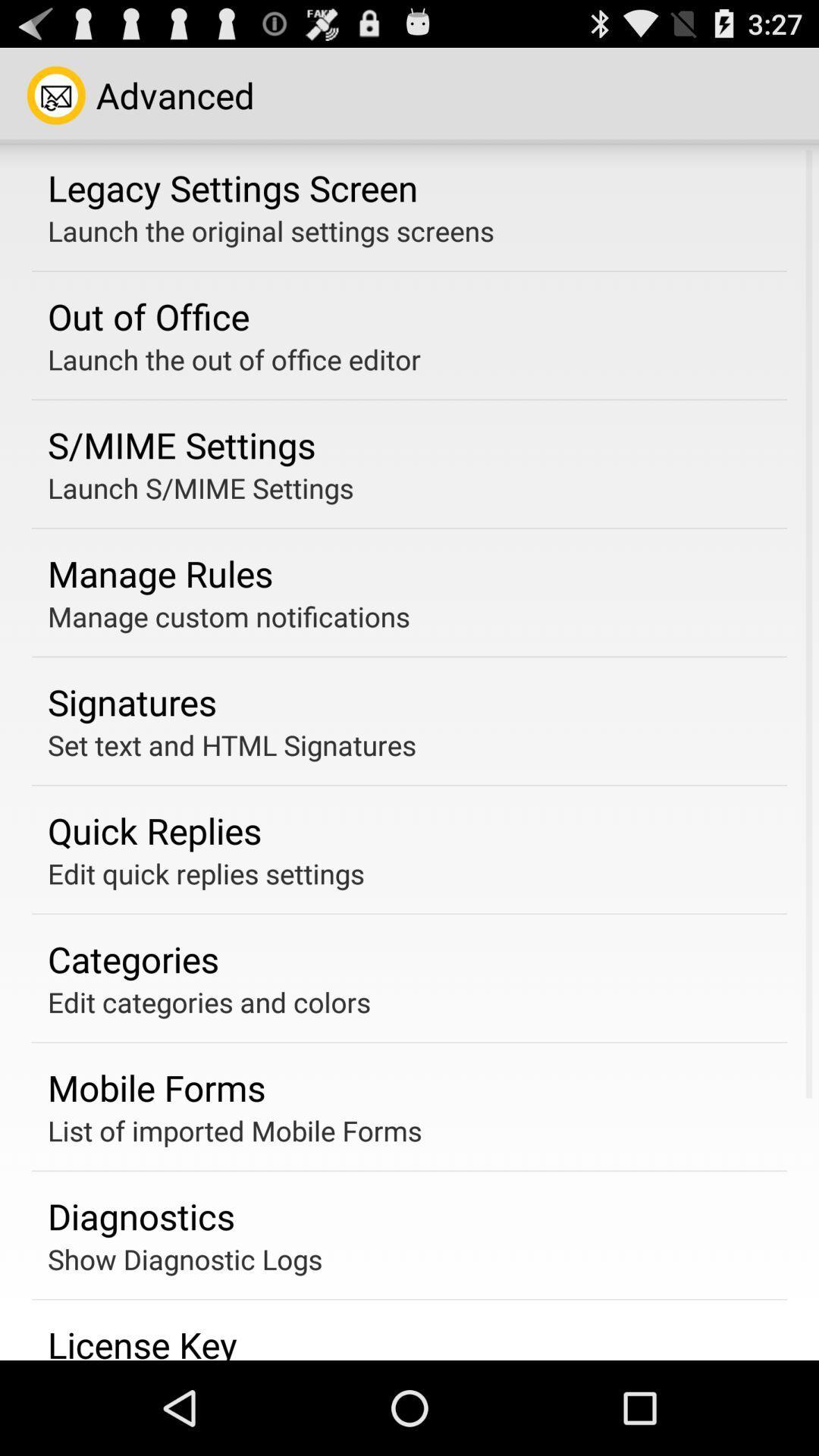 This screenshot has width=819, height=1456. What do you see at coordinates (160, 573) in the screenshot?
I see `the manage rules` at bounding box center [160, 573].